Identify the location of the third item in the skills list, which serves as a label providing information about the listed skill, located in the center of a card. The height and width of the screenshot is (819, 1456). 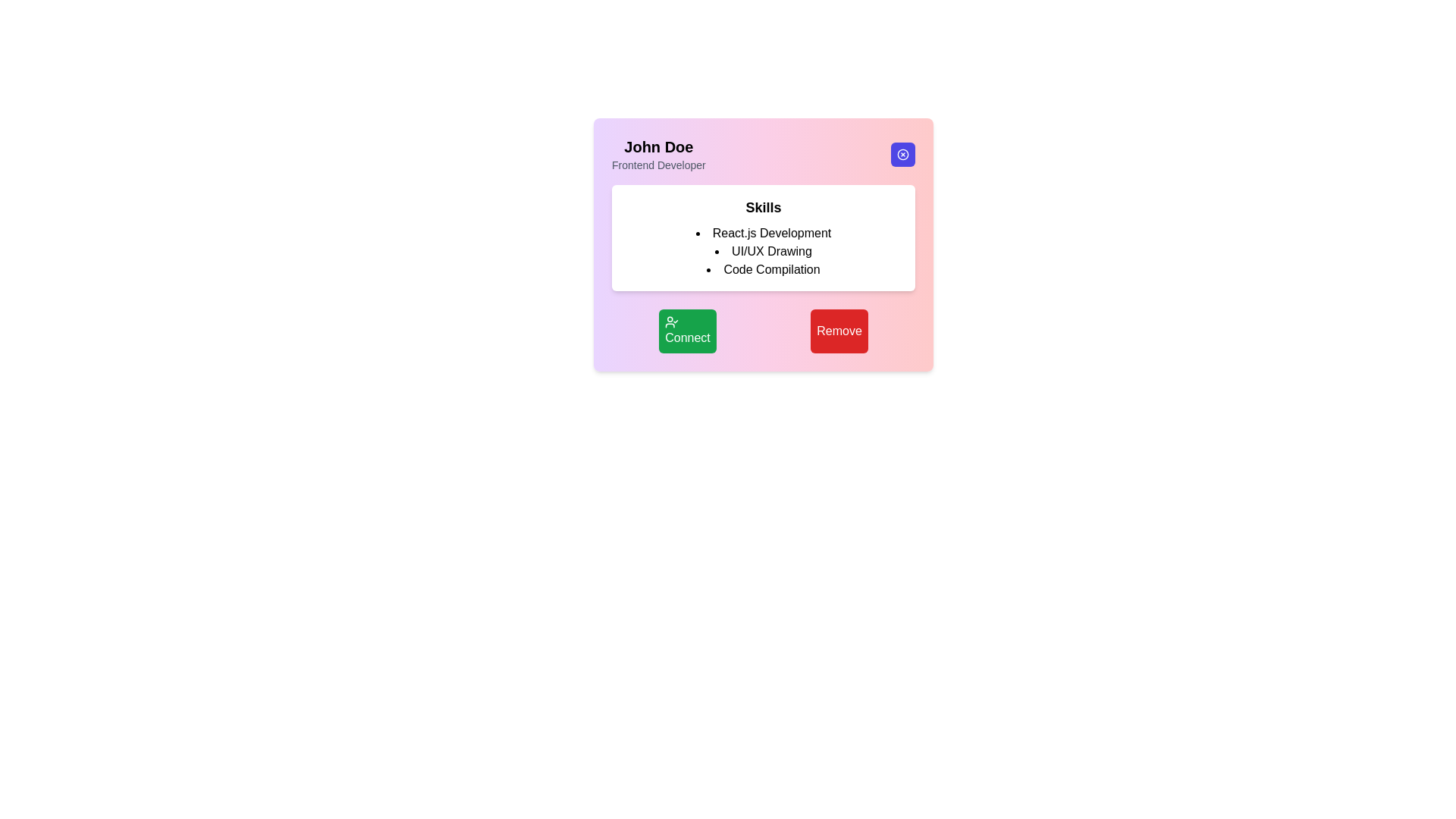
(764, 268).